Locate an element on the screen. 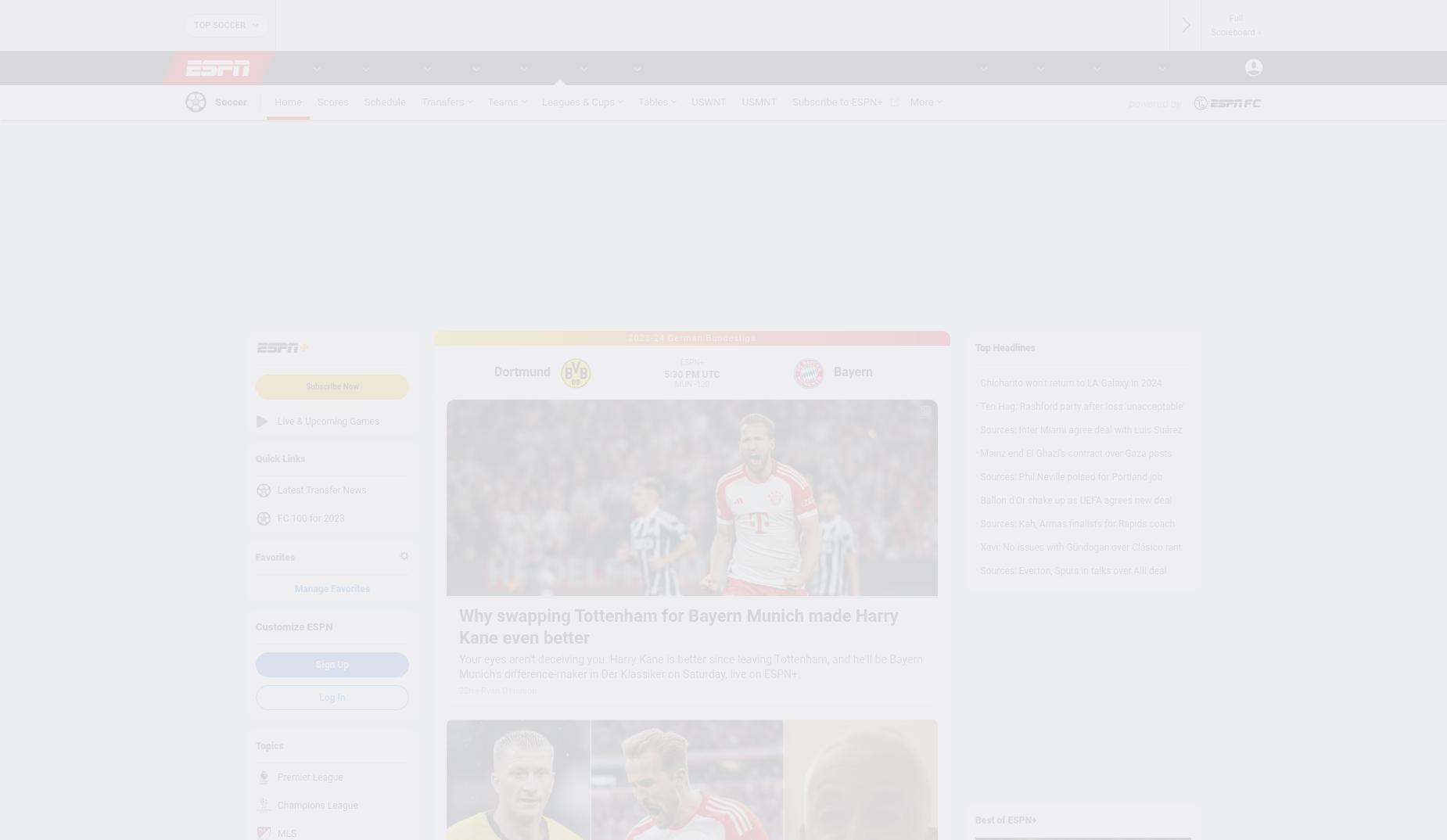 This screenshot has width=1447, height=840. 'Favorites' is located at coordinates (275, 556).